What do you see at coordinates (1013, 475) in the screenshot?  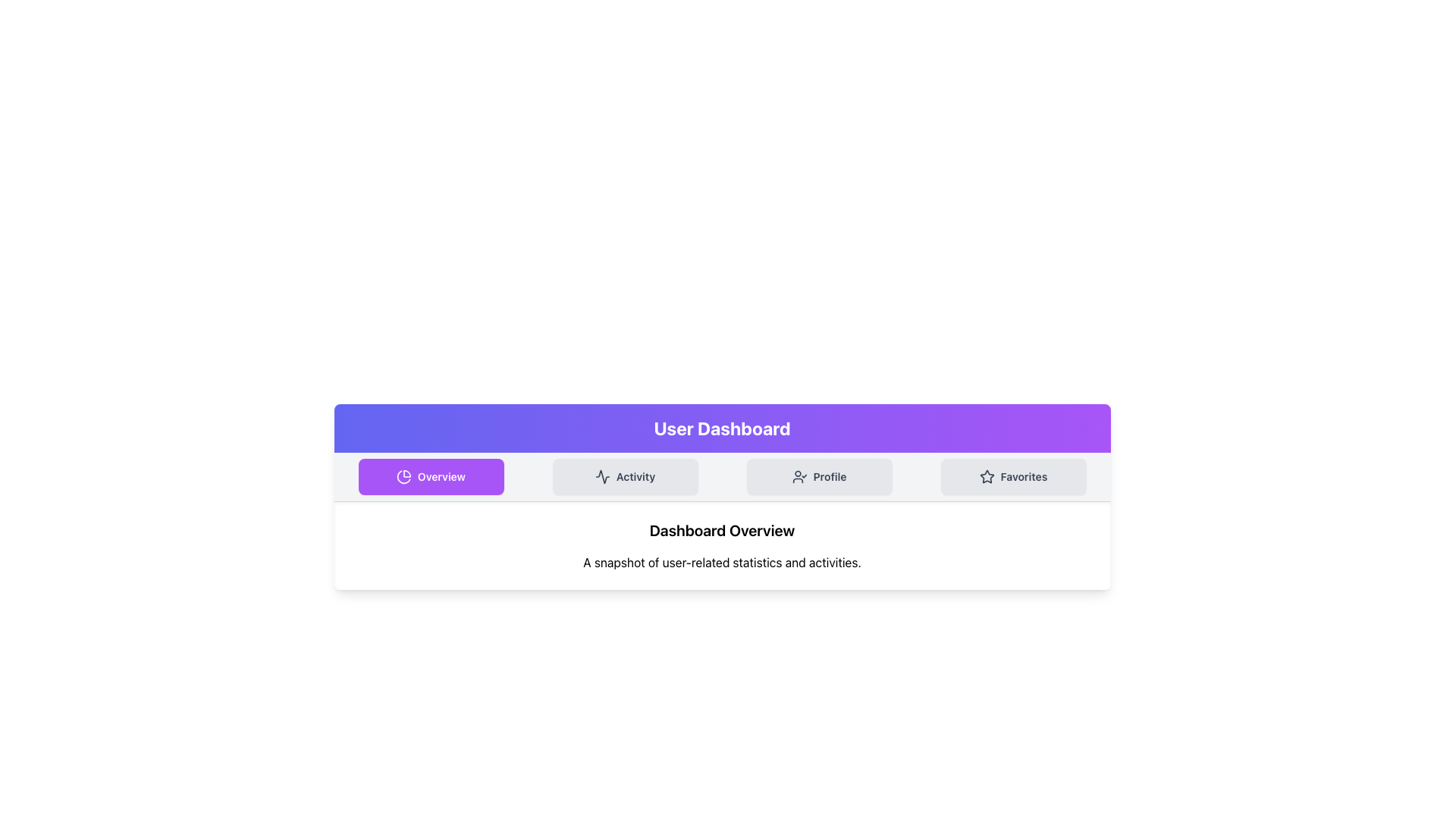 I see `the 'Favorites' button located in the top-center navigation bar, which is positioned to the right of the 'Profile', 'Activity', and 'Overview' buttons` at bounding box center [1013, 475].